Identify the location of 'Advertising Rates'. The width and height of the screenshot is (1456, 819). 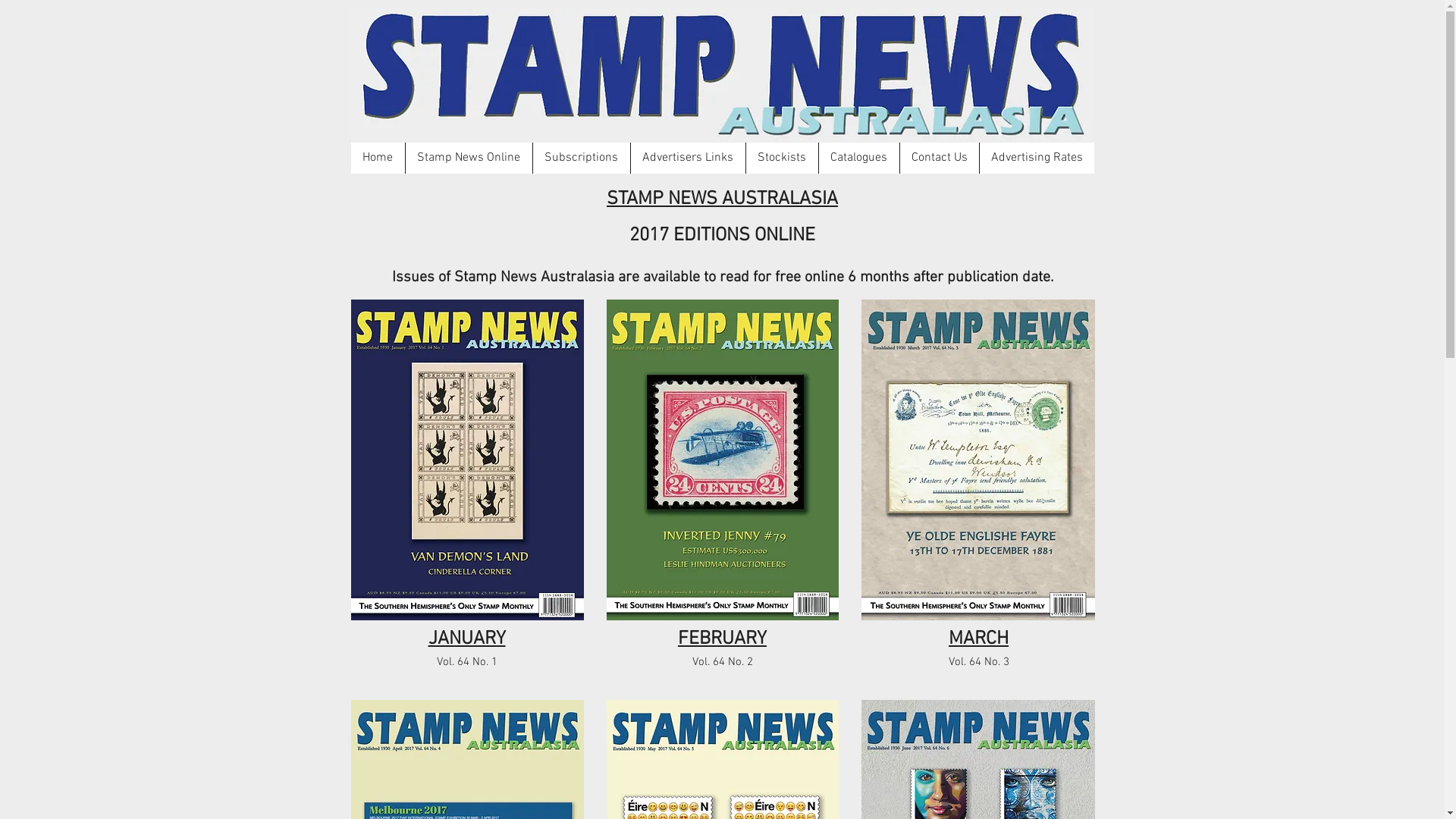
(978, 158).